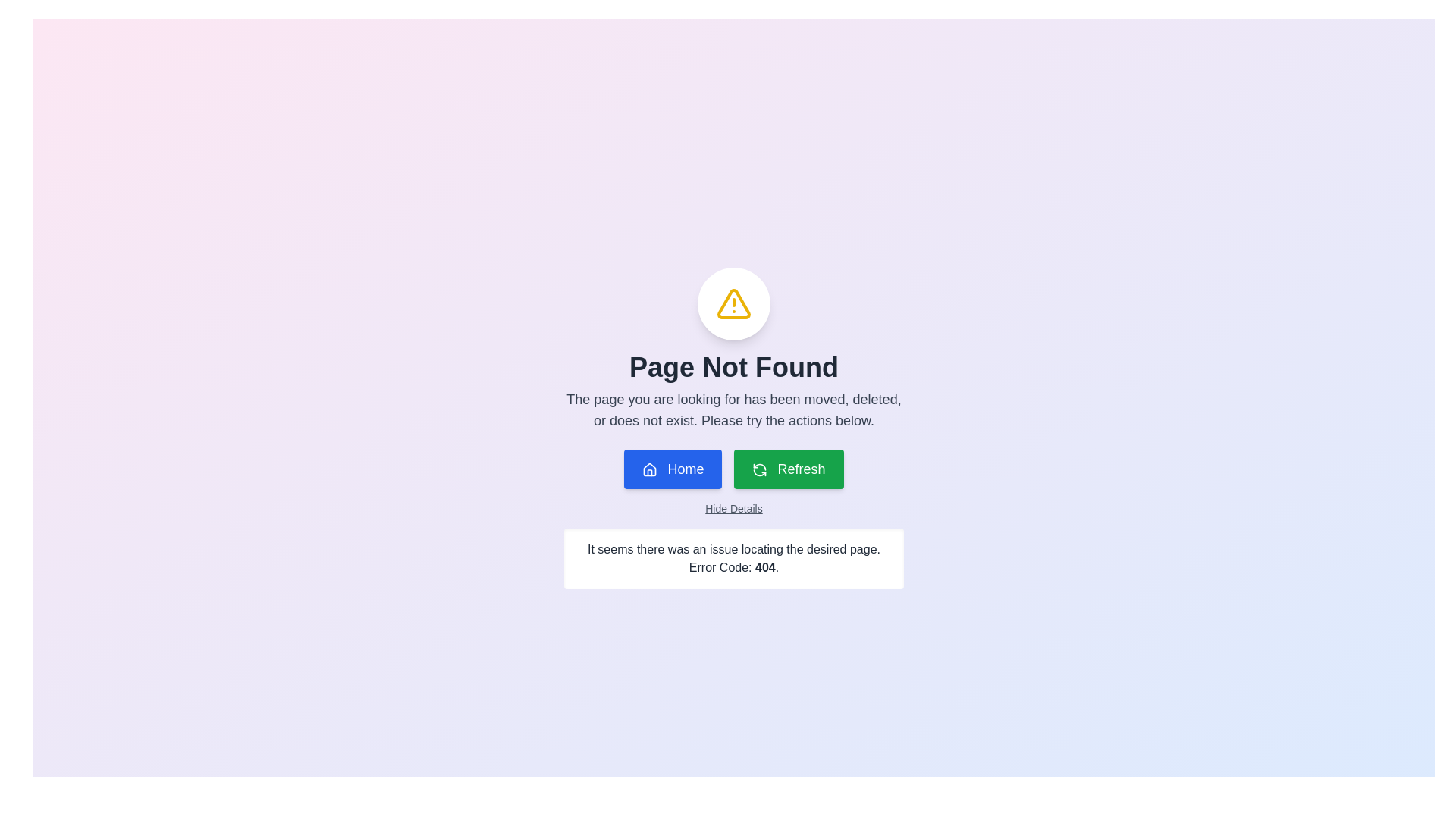 The image size is (1456, 819). What do you see at coordinates (760, 472) in the screenshot?
I see `the curved arrow representing the refresh icon located` at bounding box center [760, 472].